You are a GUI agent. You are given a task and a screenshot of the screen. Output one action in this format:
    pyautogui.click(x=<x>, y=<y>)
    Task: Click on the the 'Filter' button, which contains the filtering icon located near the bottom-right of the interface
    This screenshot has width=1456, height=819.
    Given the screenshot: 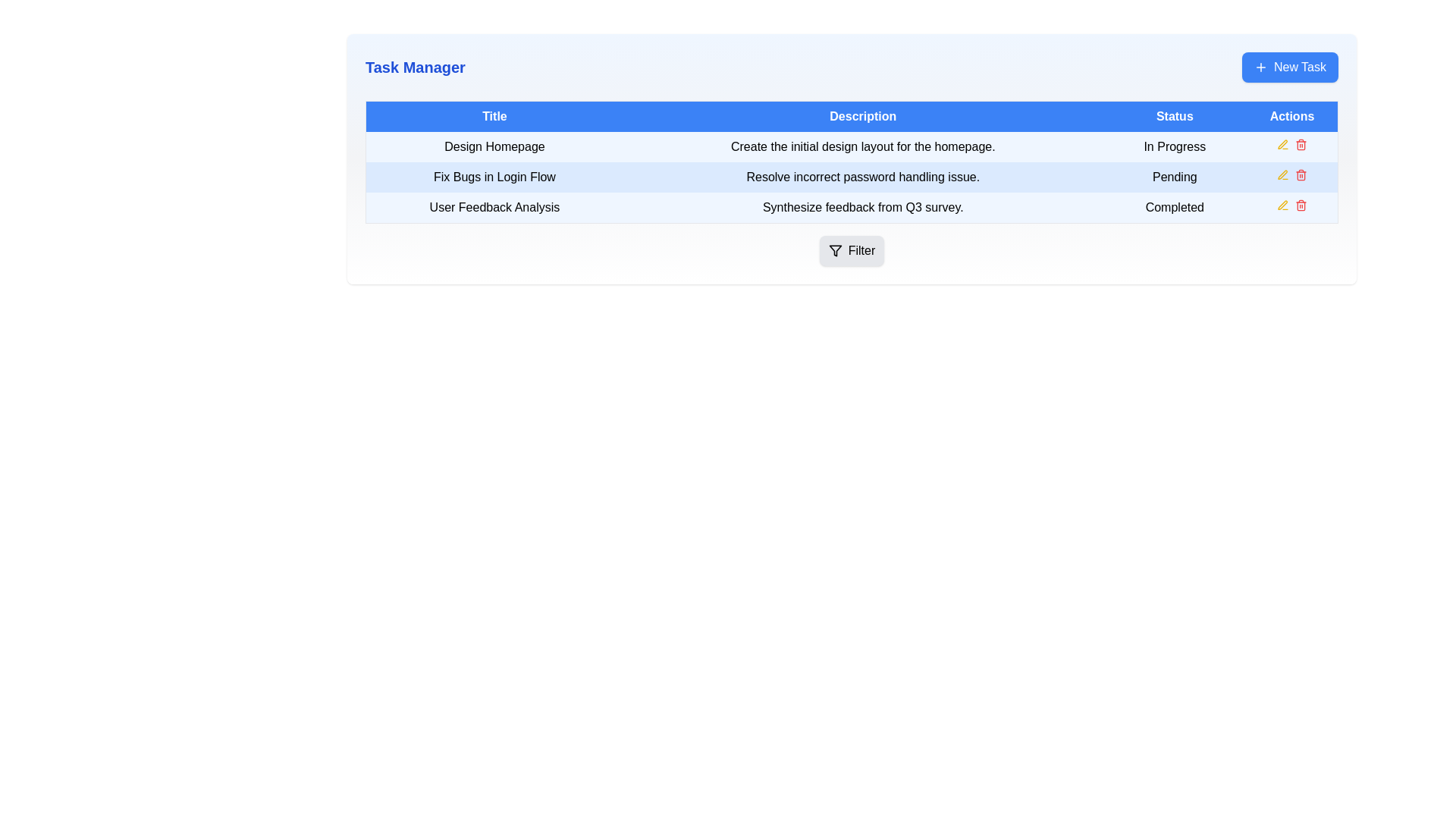 What is the action you would take?
    pyautogui.click(x=834, y=250)
    